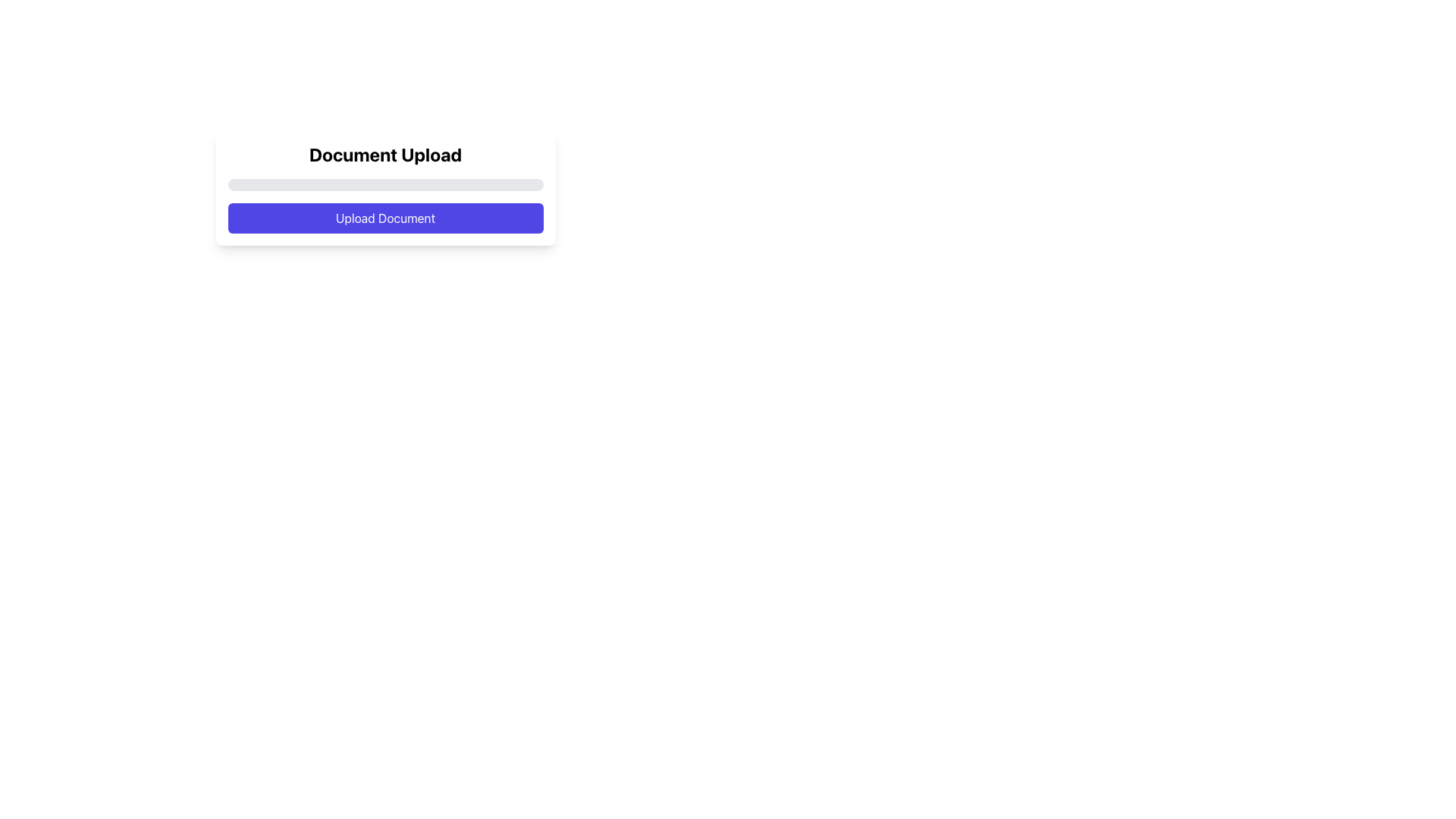 Image resolution: width=1456 pixels, height=819 pixels. What do you see at coordinates (385, 184) in the screenshot?
I see `the progress bar located beneath the 'Document Upload' text and above the 'Upload Document' button within the card layout` at bounding box center [385, 184].